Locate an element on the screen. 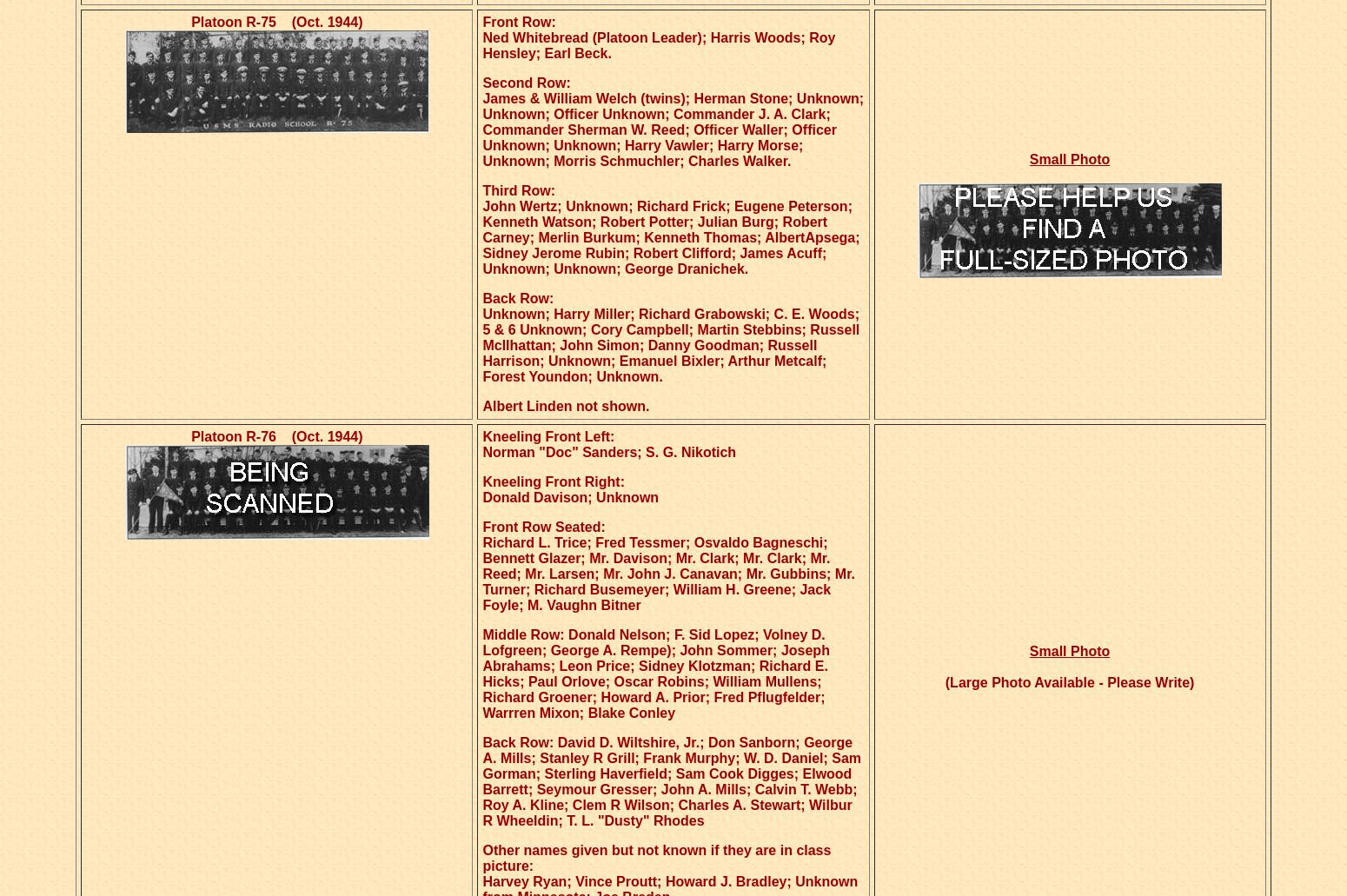  'Platoon R-75    (Oct. 
                
                1944)' is located at coordinates (275, 22).